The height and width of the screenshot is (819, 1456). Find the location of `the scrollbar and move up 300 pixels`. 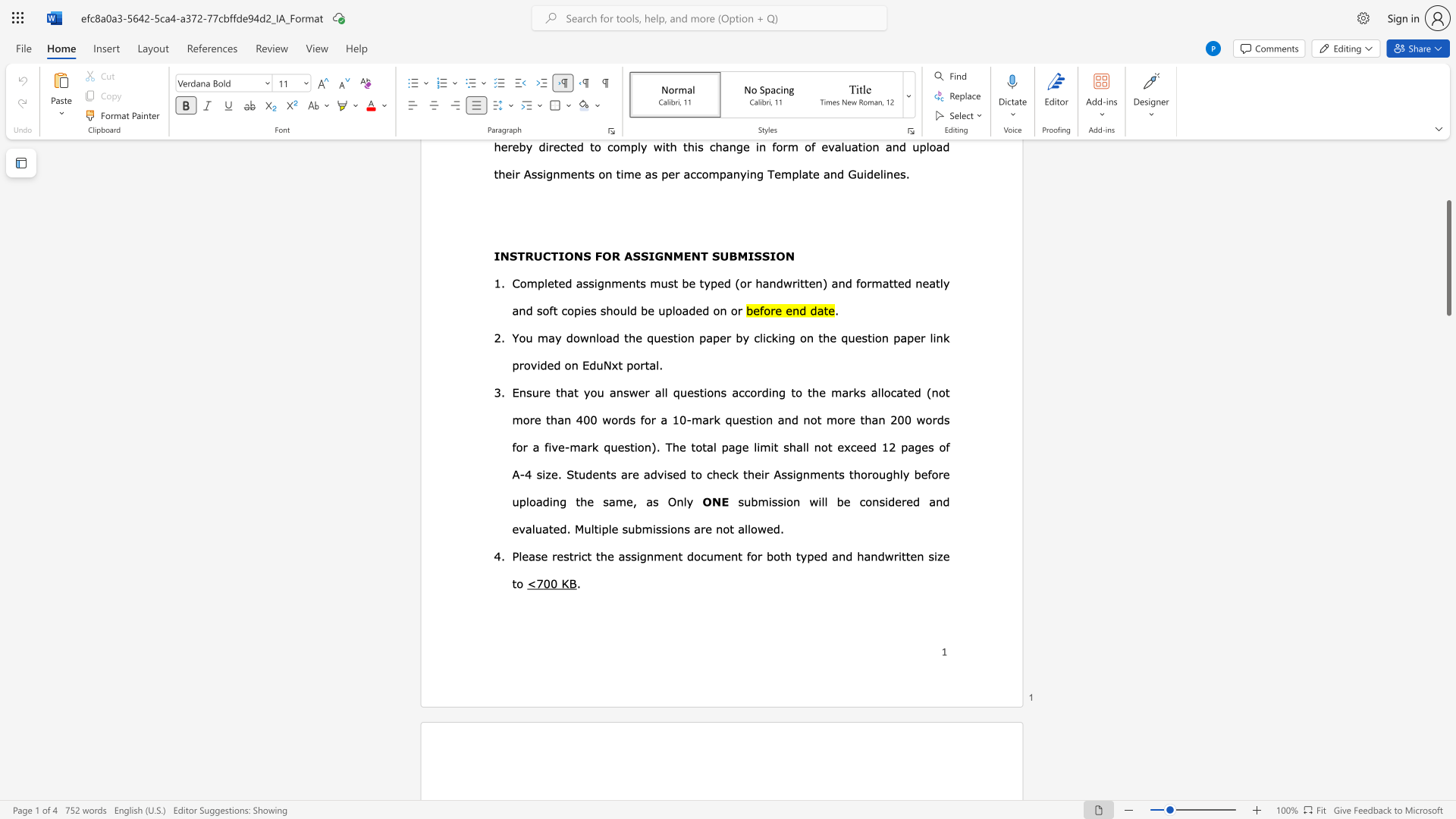

the scrollbar and move up 300 pixels is located at coordinates (1448, 257).